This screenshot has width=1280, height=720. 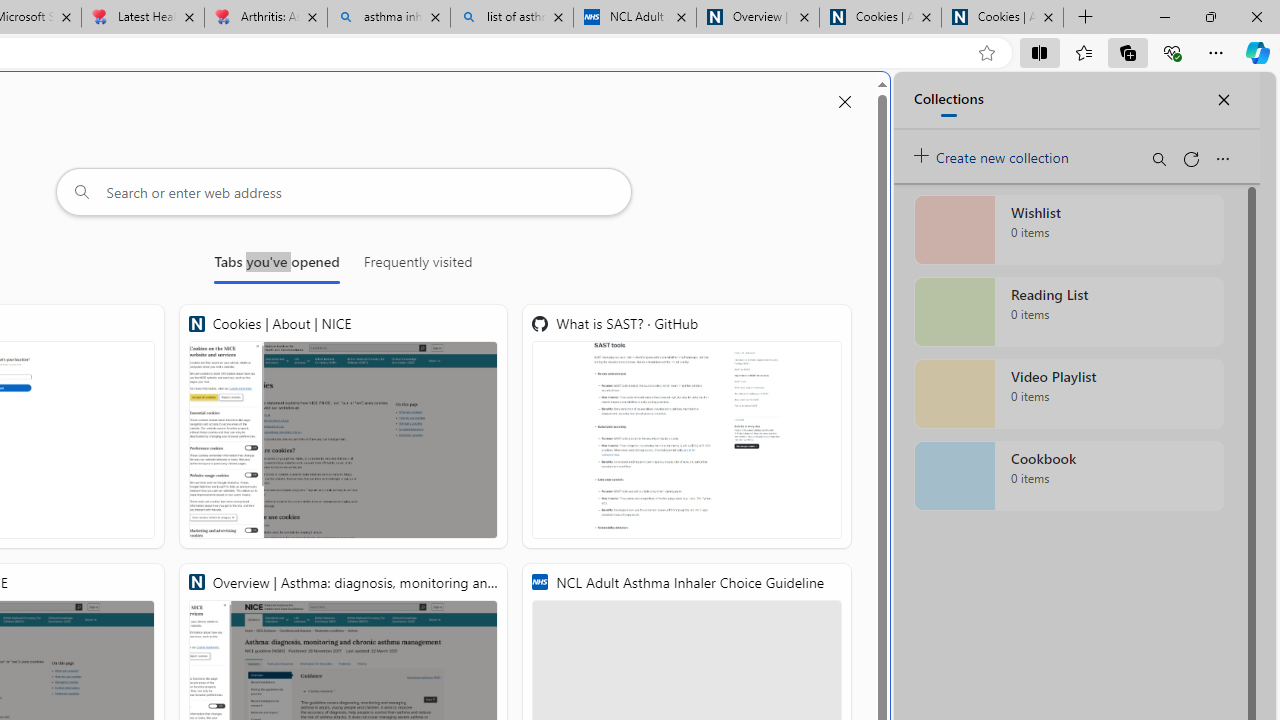 What do you see at coordinates (343, 191) in the screenshot?
I see `'Search or enter web address'` at bounding box center [343, 191].